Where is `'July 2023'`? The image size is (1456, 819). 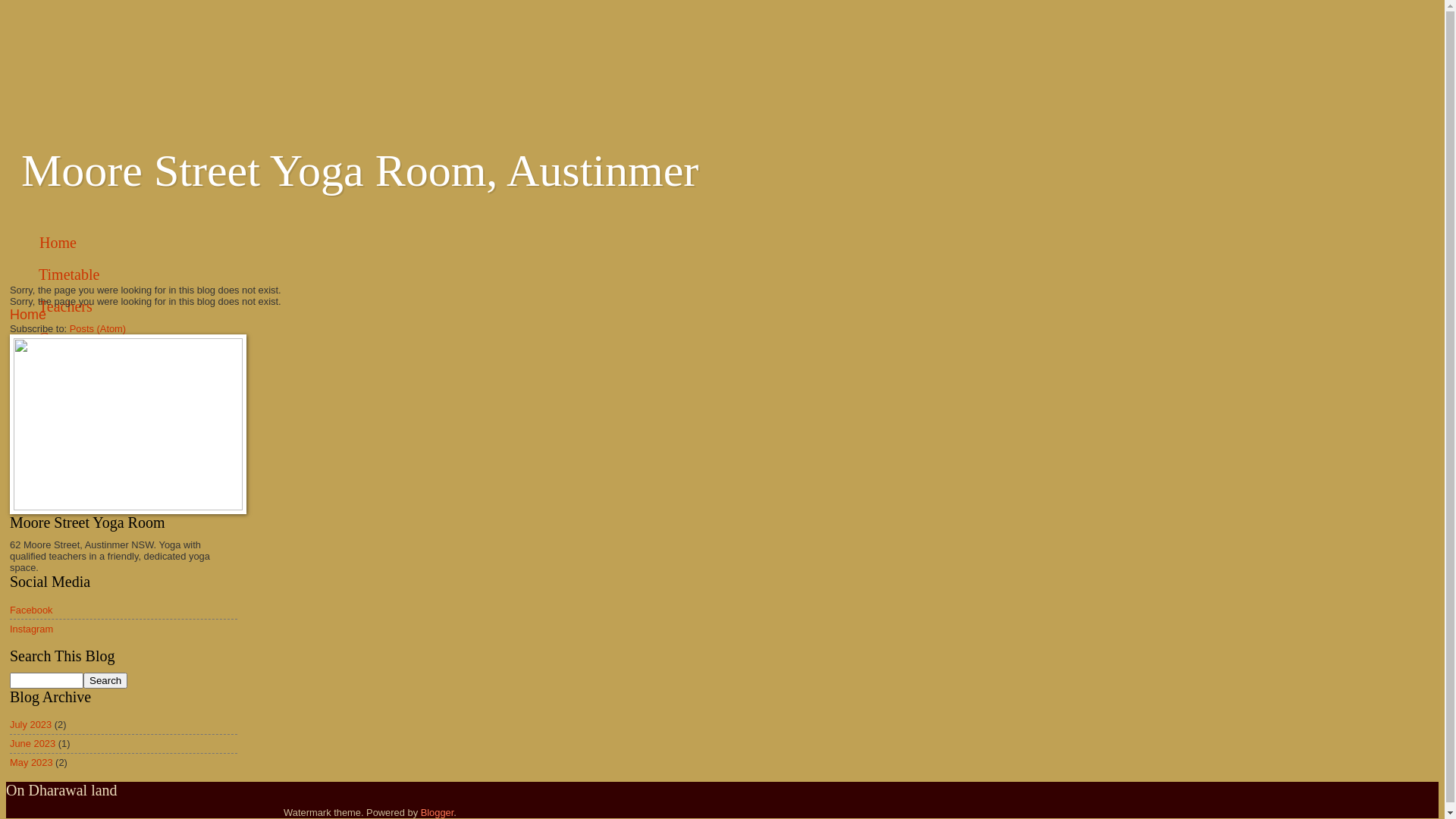 'July 2023' is located at coordinates (30, 723).